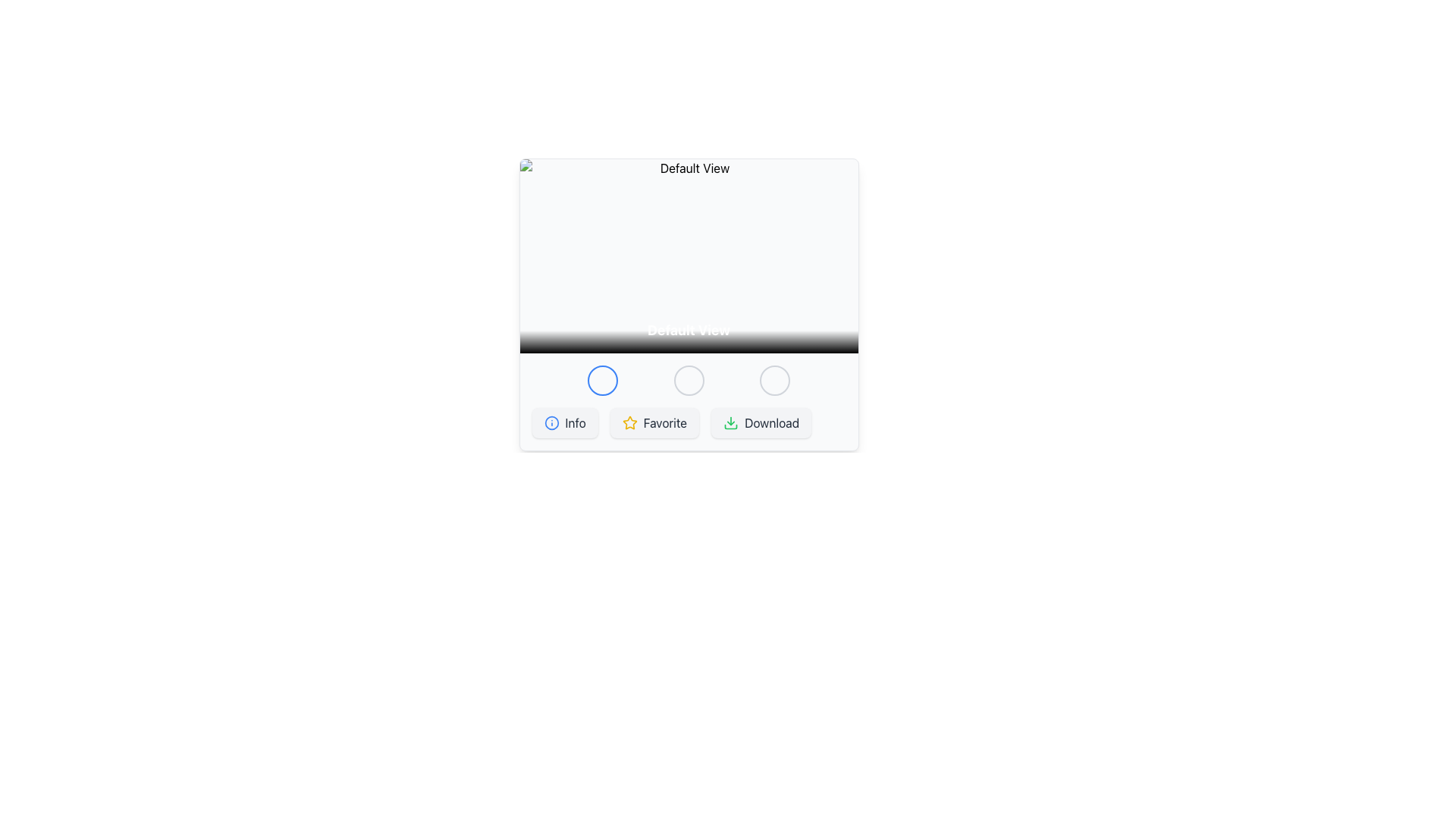 The width and height of the screenshot is (1456, 819). Describe the element at coordinates (551, 423) in the screenshot. I see `the leftmost button containing the circular indicator to interact with it` at that location.